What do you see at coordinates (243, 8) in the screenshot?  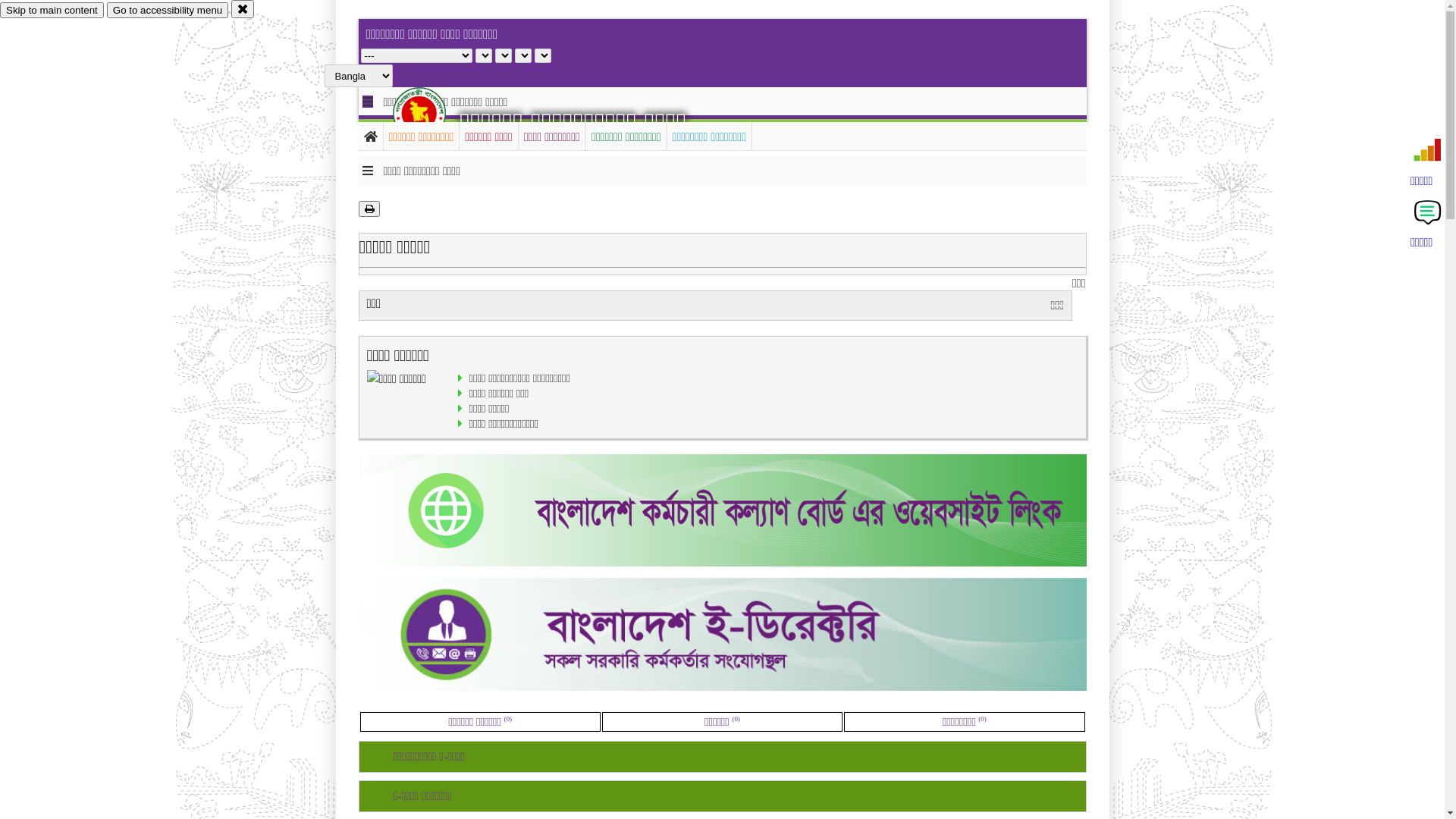 I see `'close'` at bounding box center [243, 8].